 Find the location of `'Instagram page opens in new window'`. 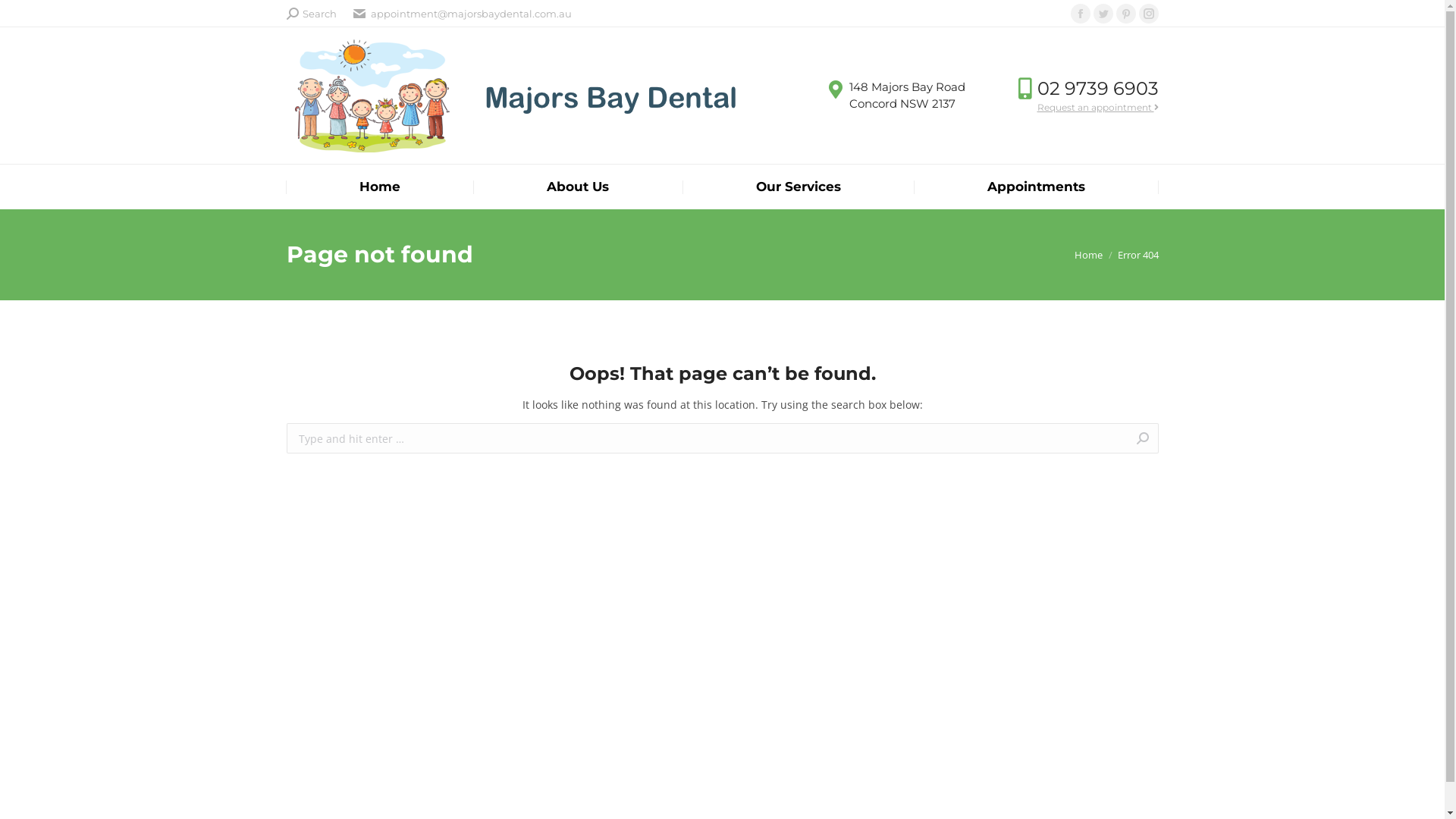

'Instagram page opens in new window' is located at coordinates (1149, 14).